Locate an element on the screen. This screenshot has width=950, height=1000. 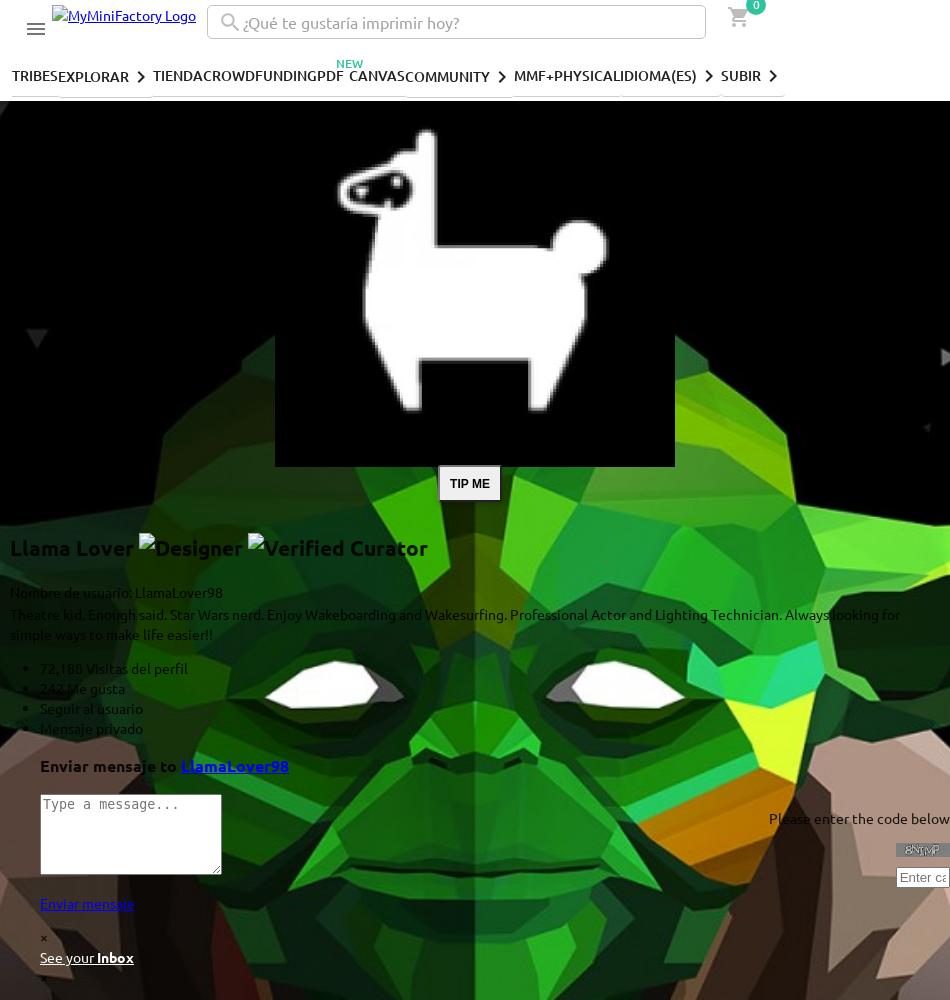
'Crowdfunding' is located at coordinates (259, 73).